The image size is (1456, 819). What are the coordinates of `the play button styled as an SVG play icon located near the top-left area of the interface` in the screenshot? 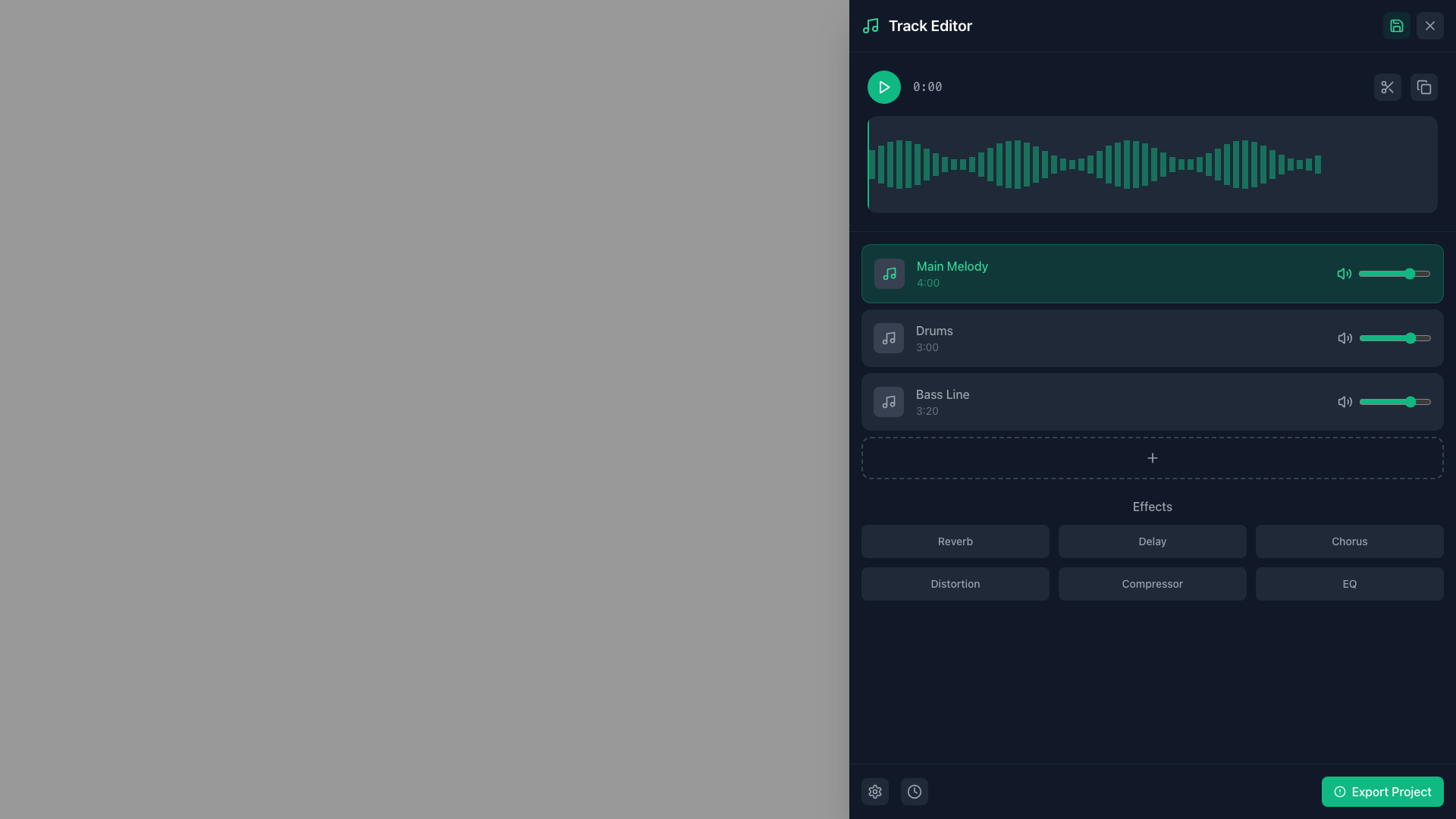 It's located at (884, 87).